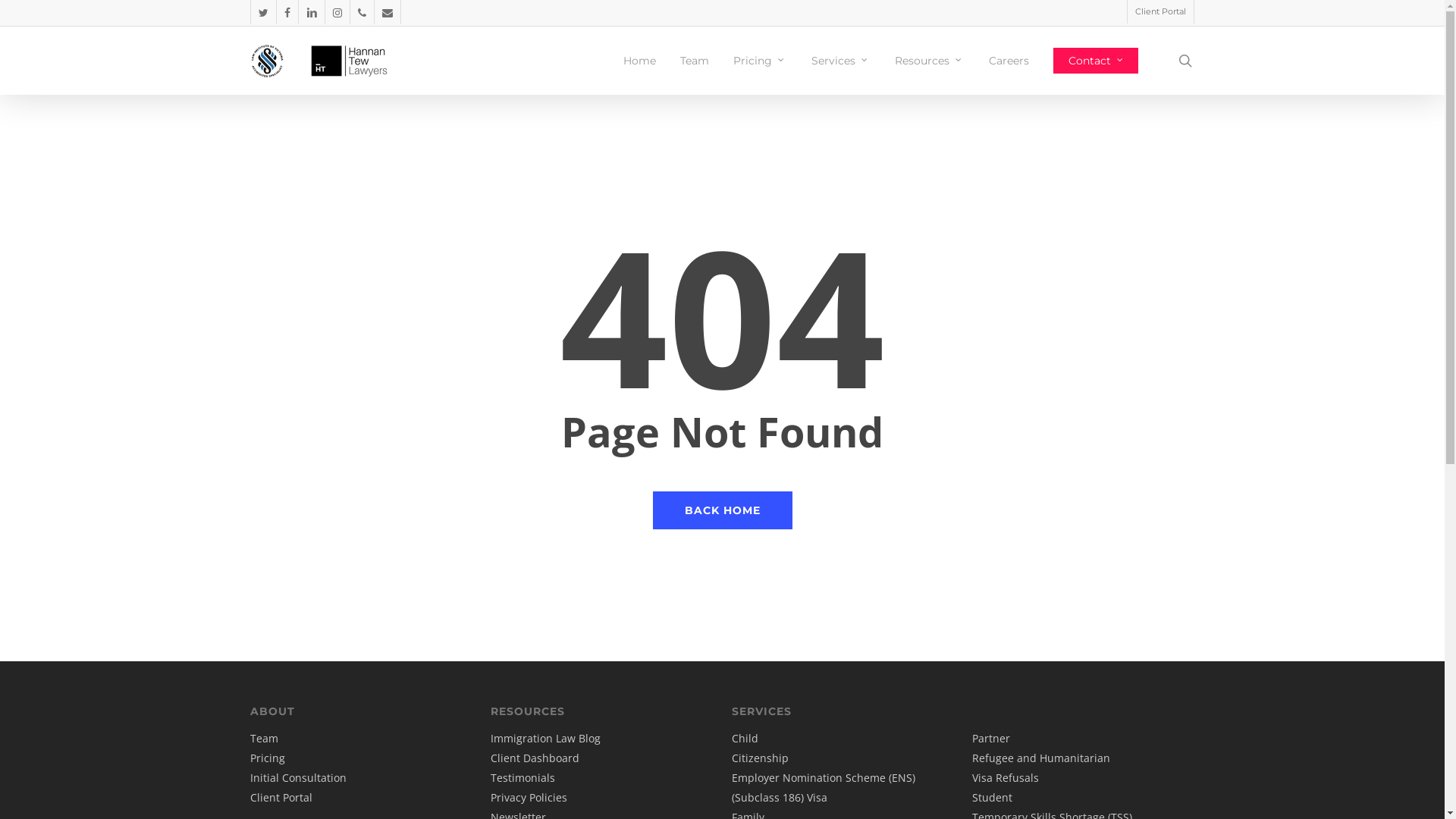 The image size is (1456, 819). Describe the element at coordinates (287, 11) in the screenshot. I see `'Facebook'` at that location.